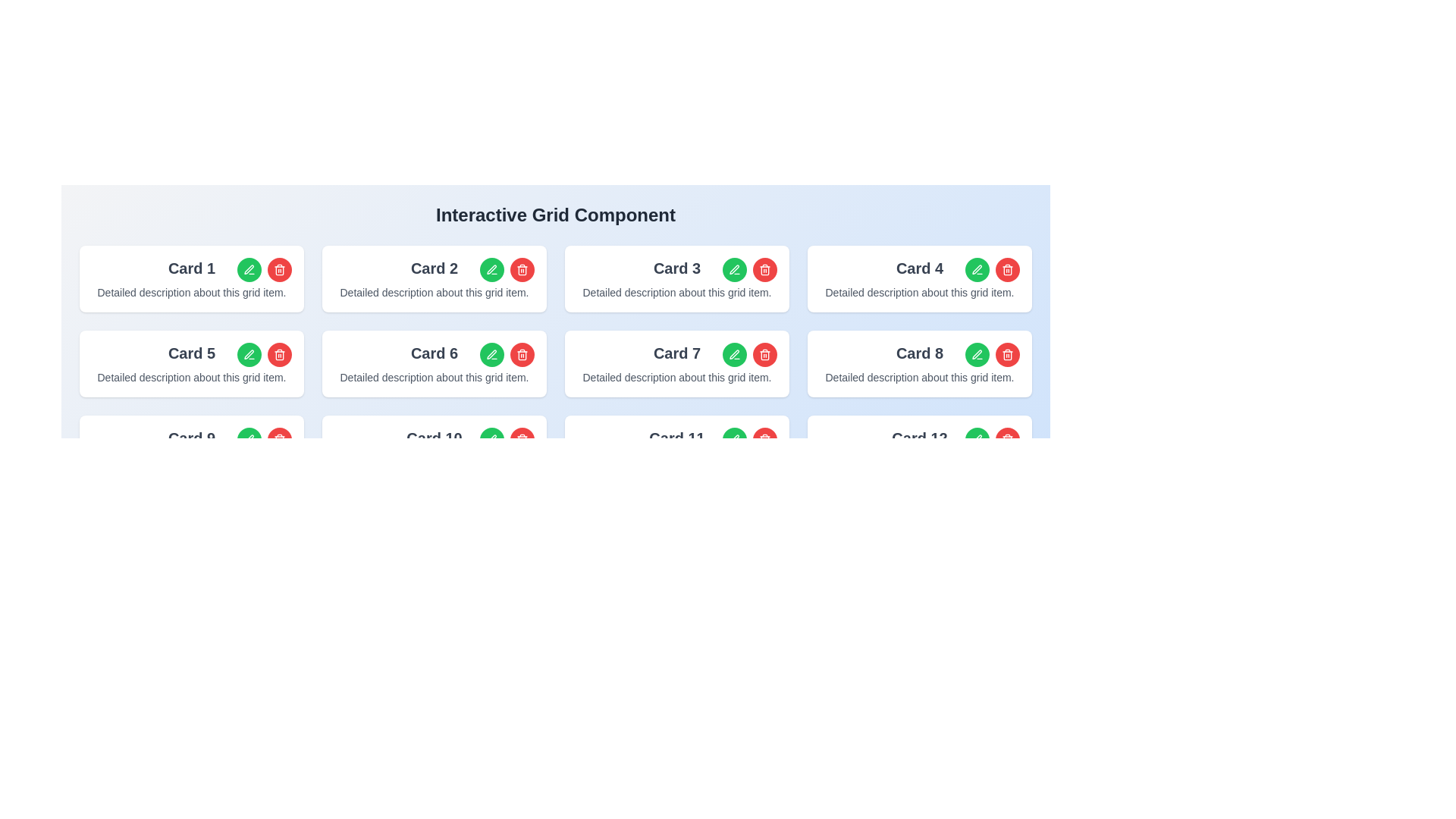 This screenshot has height=819, width=1456. Describe the element at coordinates (491, 268) in the screenshot. I see `the edit icon within the edit button of 'Card 2' located in the second column of the first row` at that location.